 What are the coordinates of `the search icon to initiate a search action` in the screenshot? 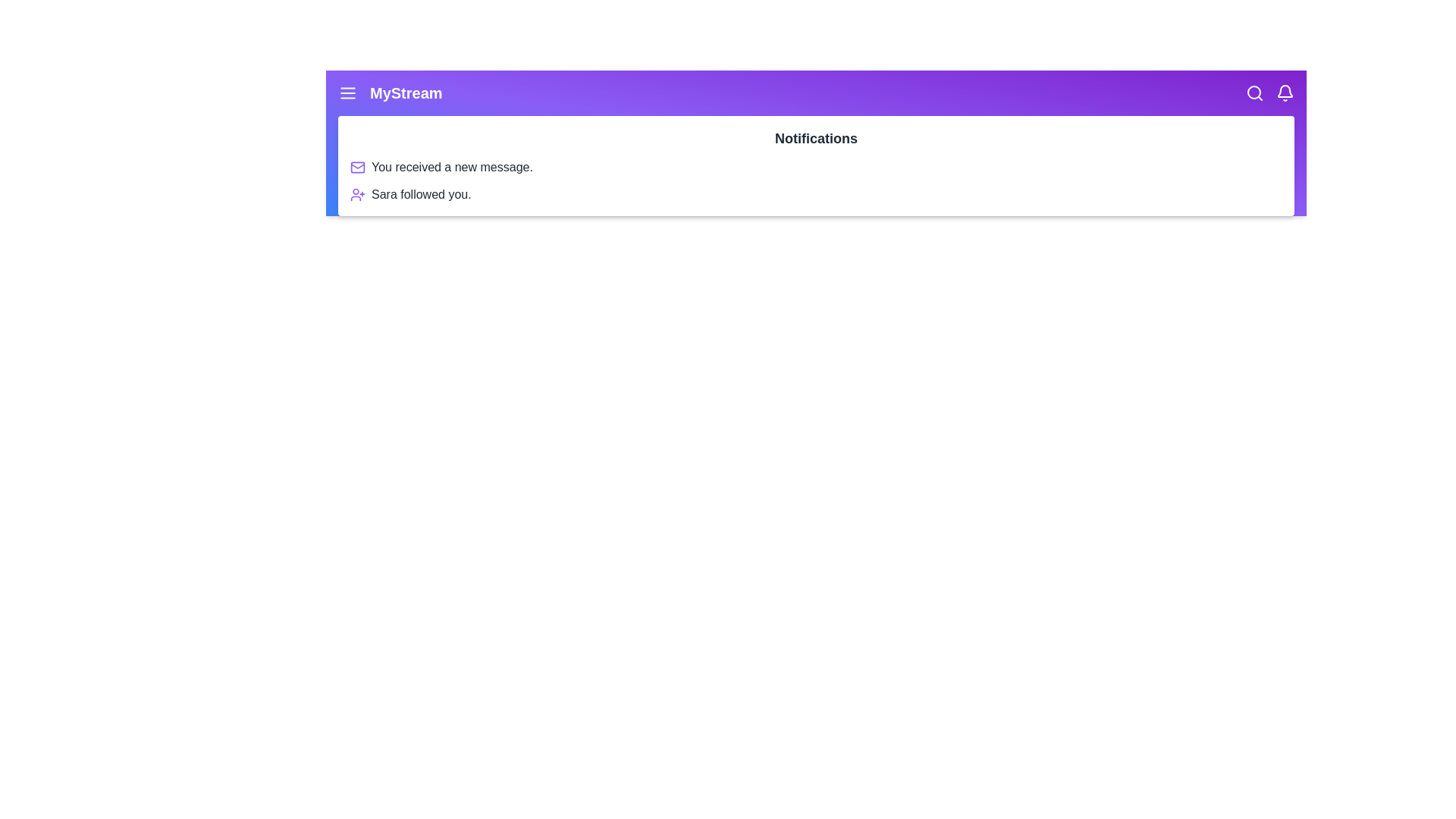 It's located at (1255, 93).